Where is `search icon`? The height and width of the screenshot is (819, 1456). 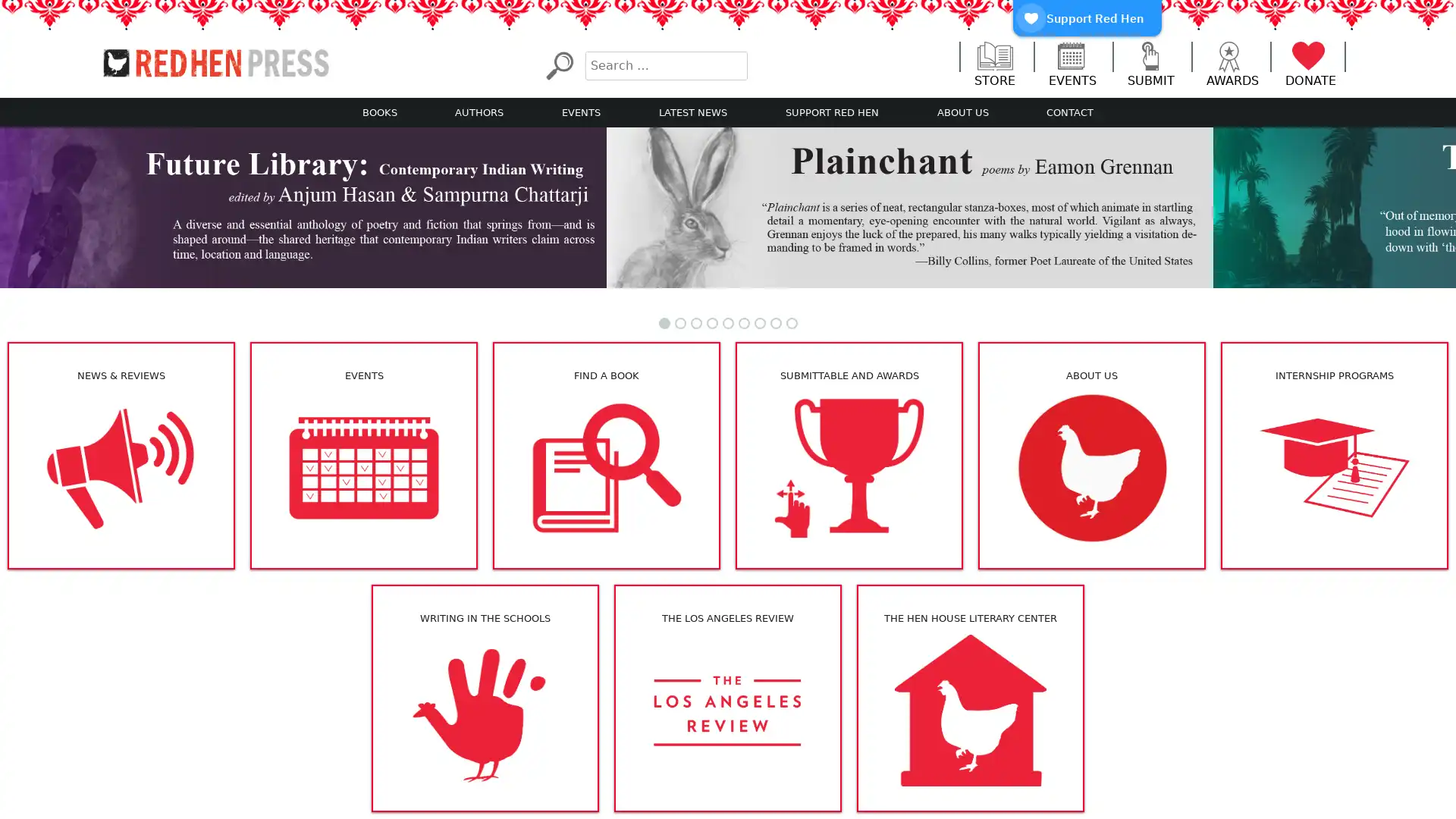
search icon is located at coordinates (558, 64).